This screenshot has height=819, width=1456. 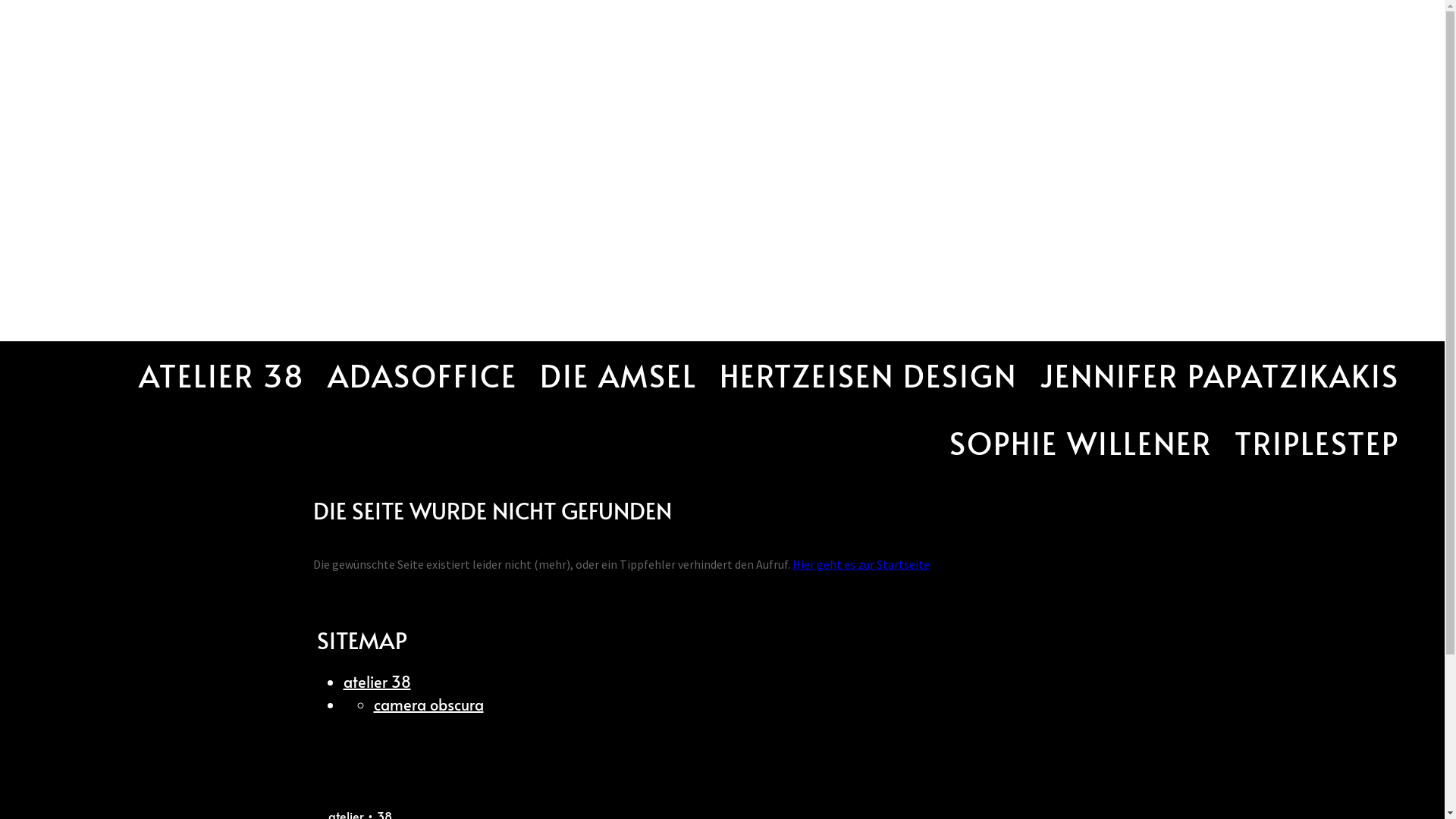 I want to click on 'TRIPLESTEP', so click(x=1316, y=442).